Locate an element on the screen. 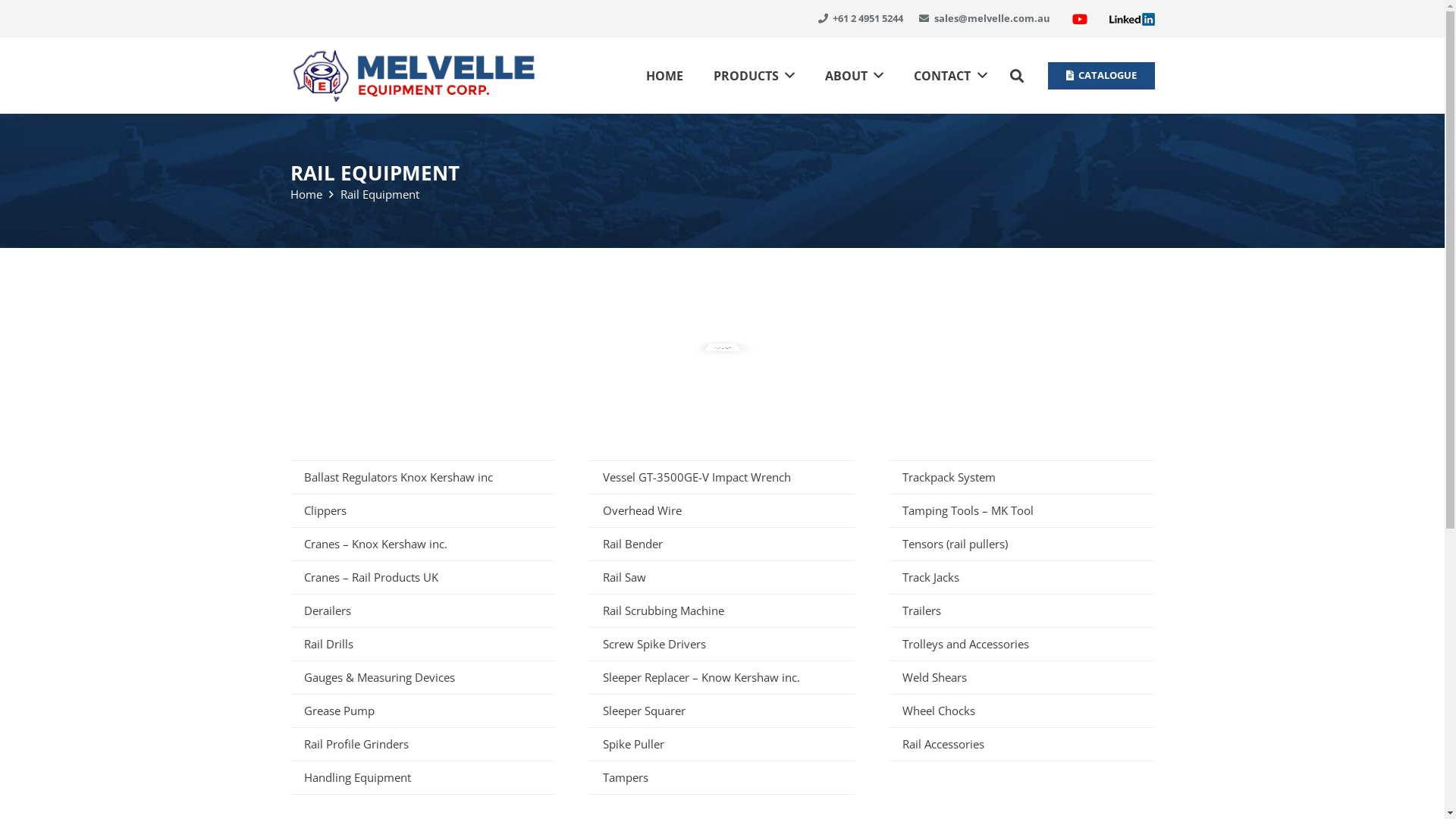 The height and width of the screenshot is (819, 1456). 'Rail Profile Grinders' is located at coordinates (422, 742).